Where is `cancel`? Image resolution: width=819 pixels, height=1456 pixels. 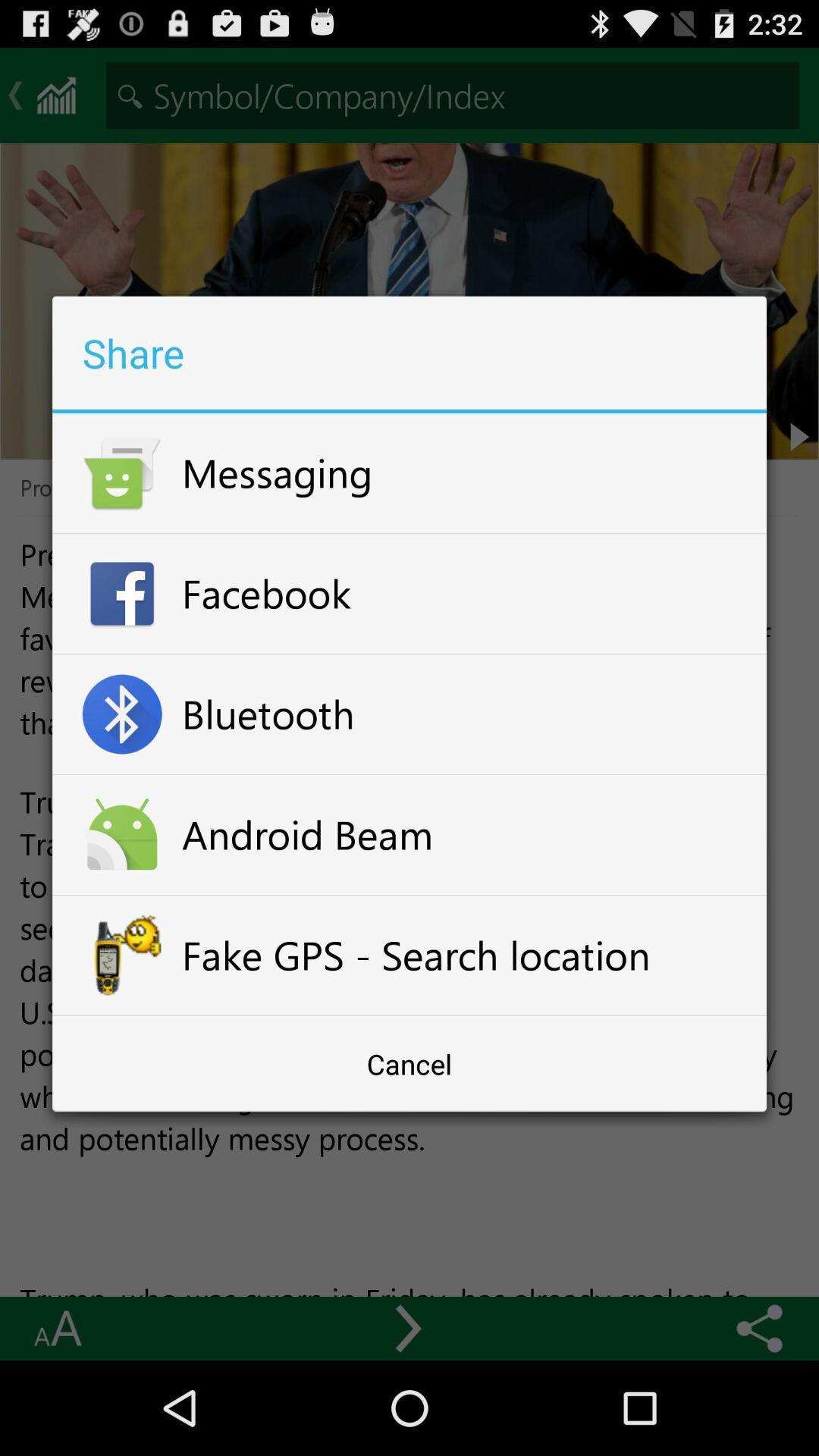
cancel is located at coordinates (409, 1063).